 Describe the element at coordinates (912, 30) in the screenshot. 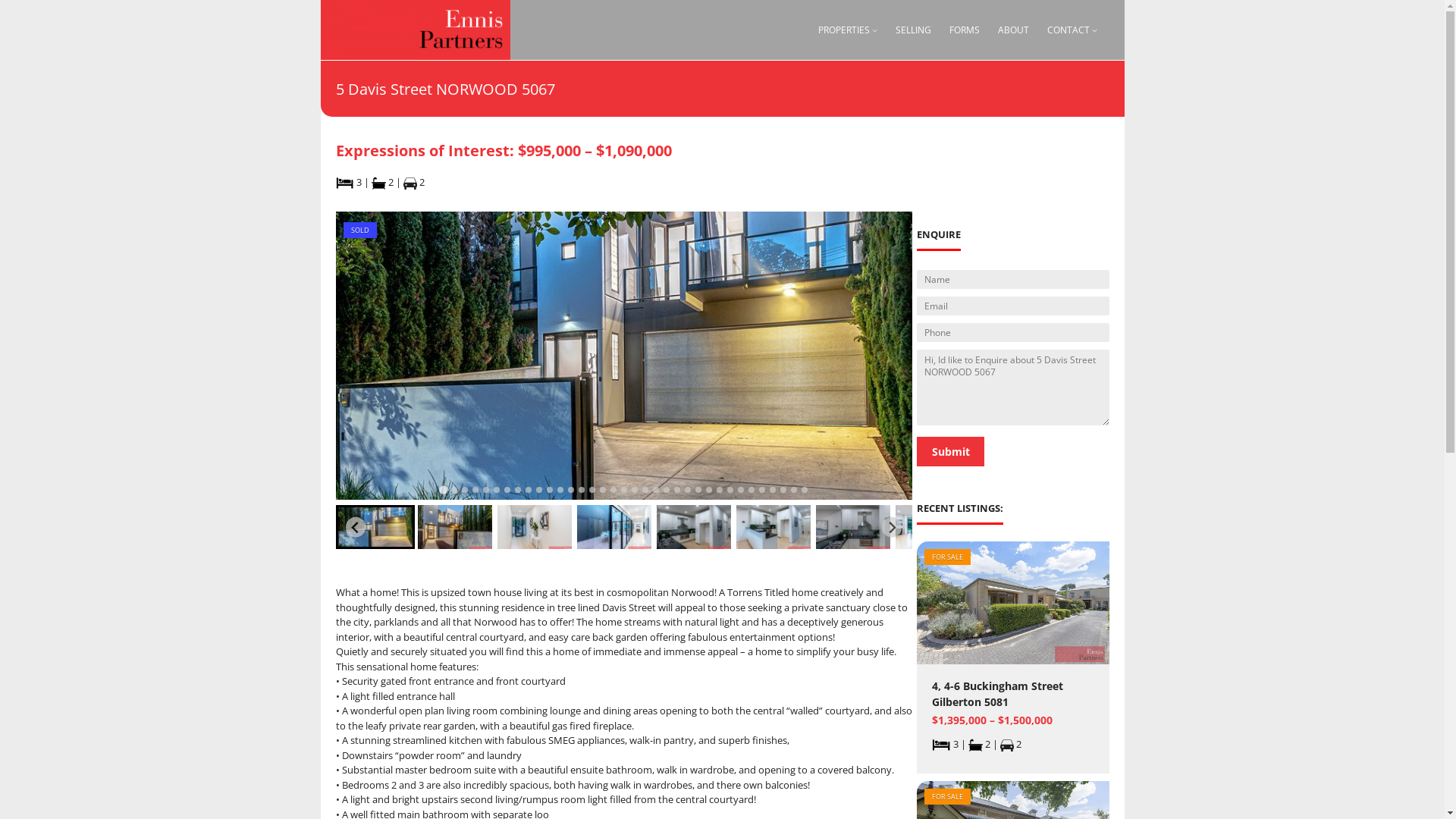

I see `'SELLING'` at that location.